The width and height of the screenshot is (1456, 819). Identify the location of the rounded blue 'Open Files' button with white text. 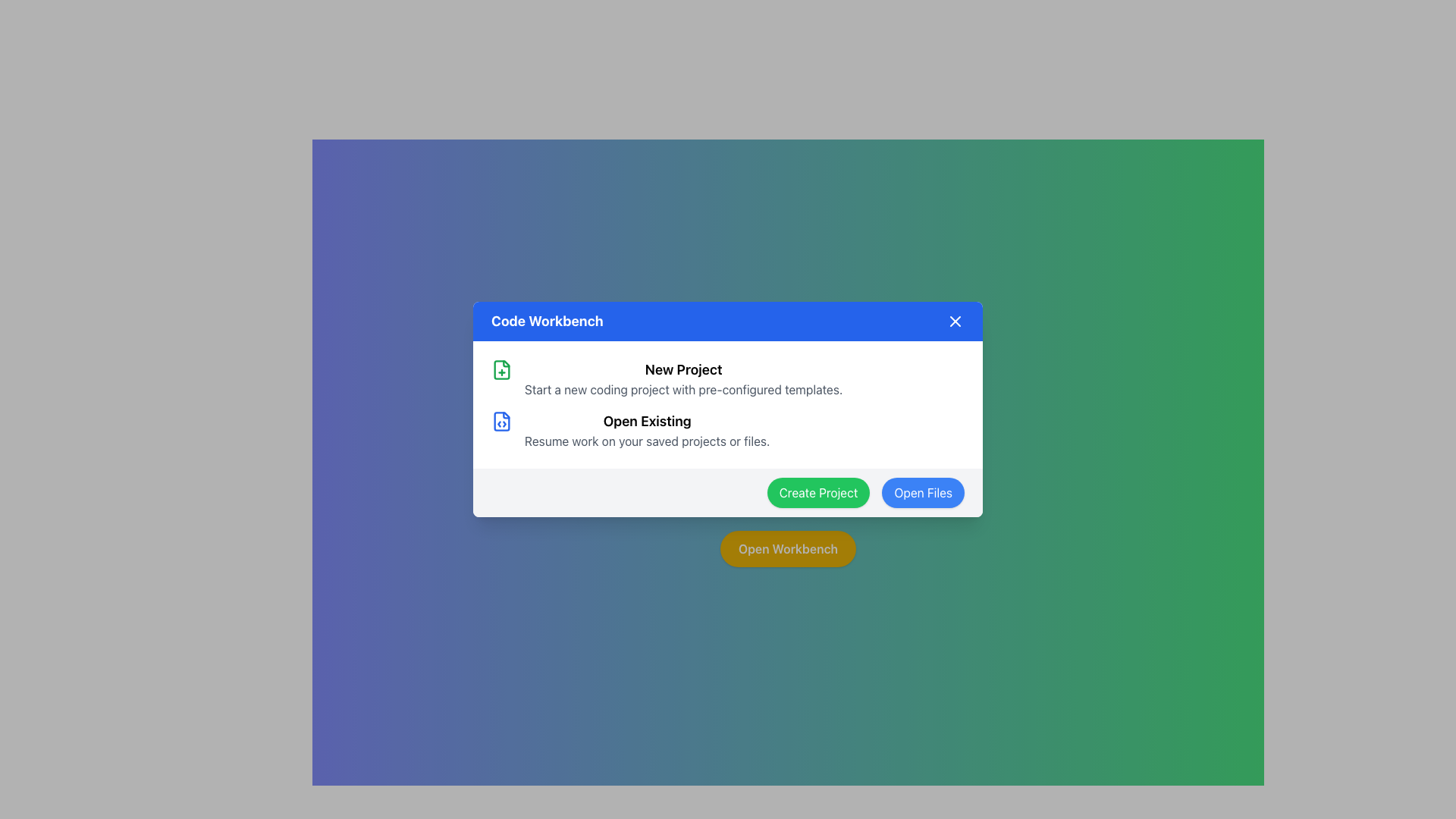
(922, 493).